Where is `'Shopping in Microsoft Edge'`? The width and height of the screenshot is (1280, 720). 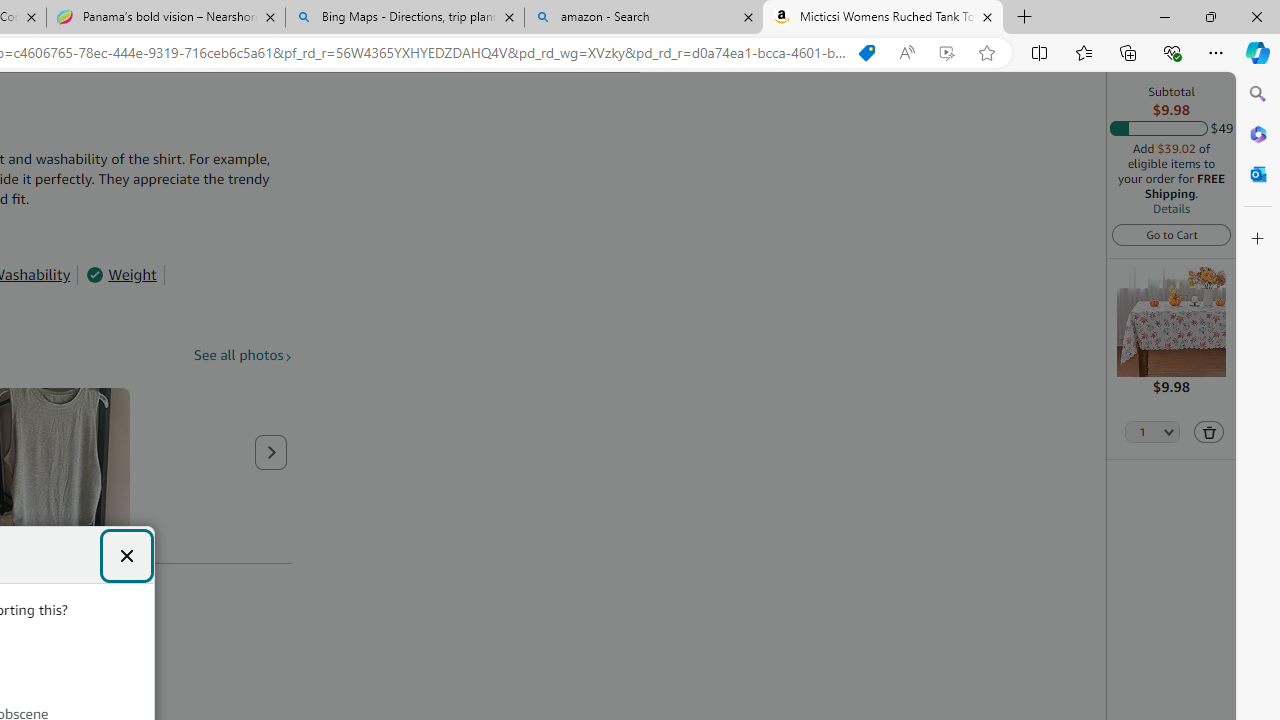 'Shopping in Microsoft Edge' is located at coordinates (867, 52).